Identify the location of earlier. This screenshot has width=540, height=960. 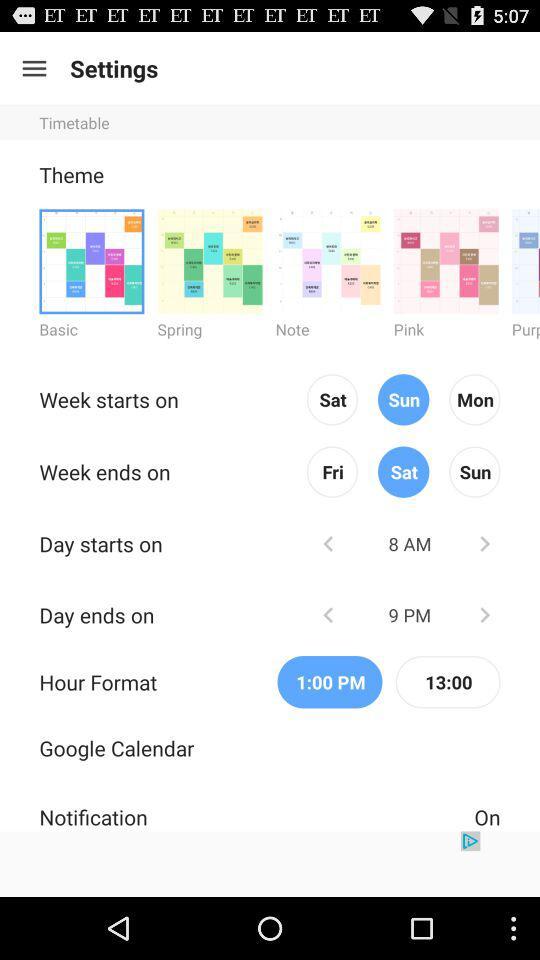
(328, 543).